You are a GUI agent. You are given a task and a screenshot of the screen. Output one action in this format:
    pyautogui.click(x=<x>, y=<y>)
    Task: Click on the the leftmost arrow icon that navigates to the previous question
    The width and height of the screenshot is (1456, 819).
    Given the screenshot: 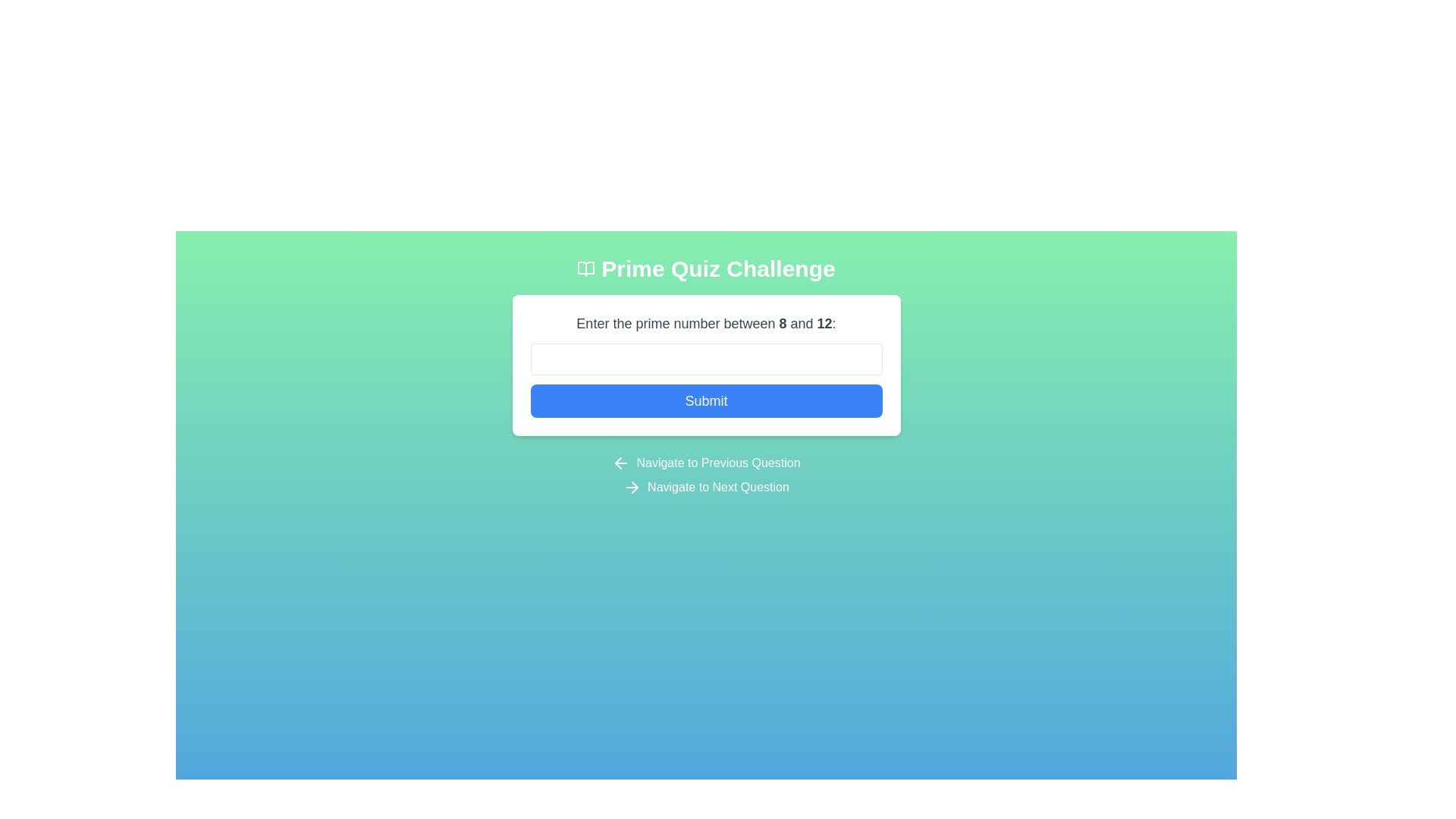 What is the action you would take?
    pyautogui.click(x=621, y=462)
    